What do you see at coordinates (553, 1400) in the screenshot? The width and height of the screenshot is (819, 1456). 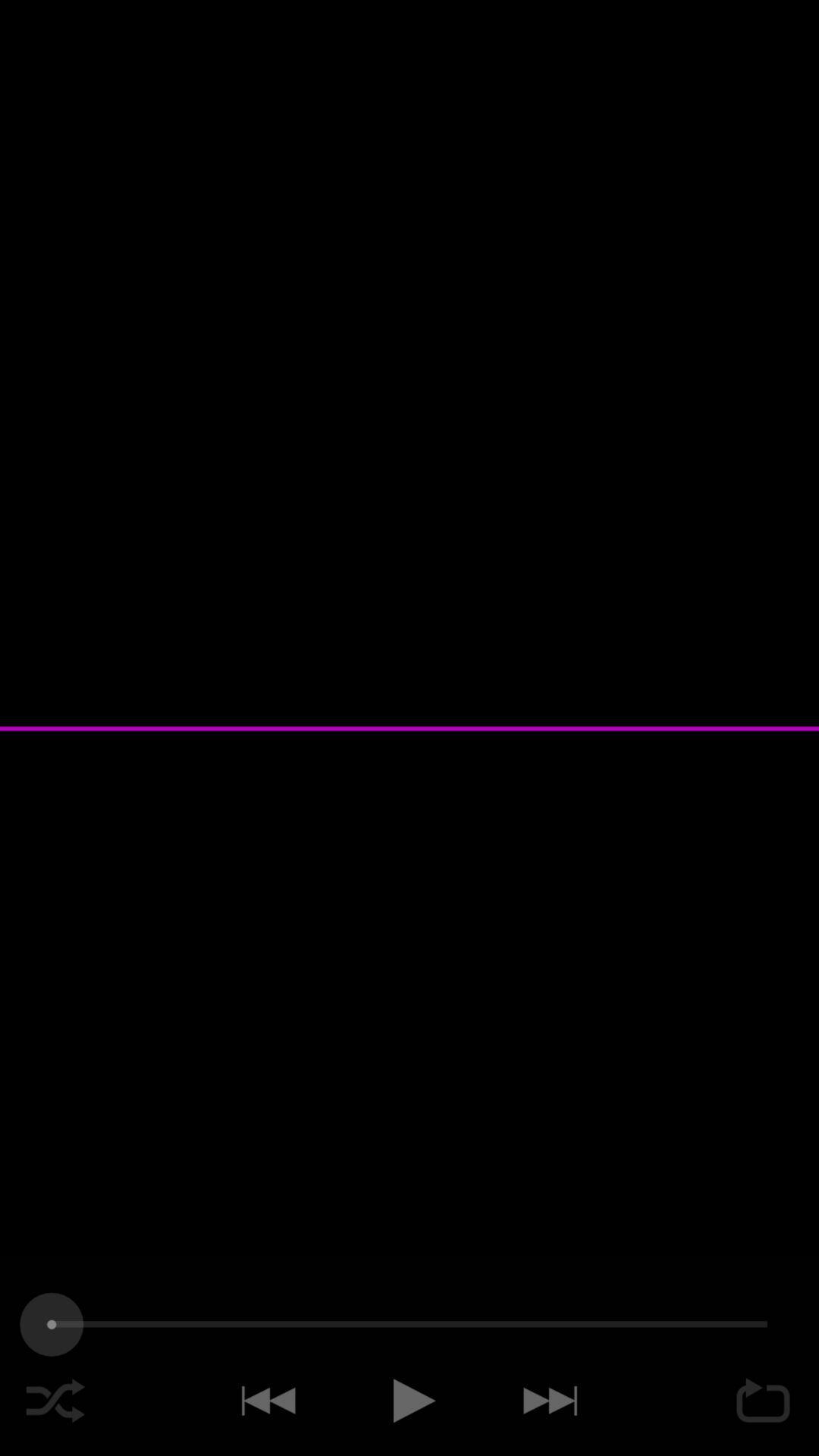 I see `the av_forward icon` at bounding box center [553, 1400].